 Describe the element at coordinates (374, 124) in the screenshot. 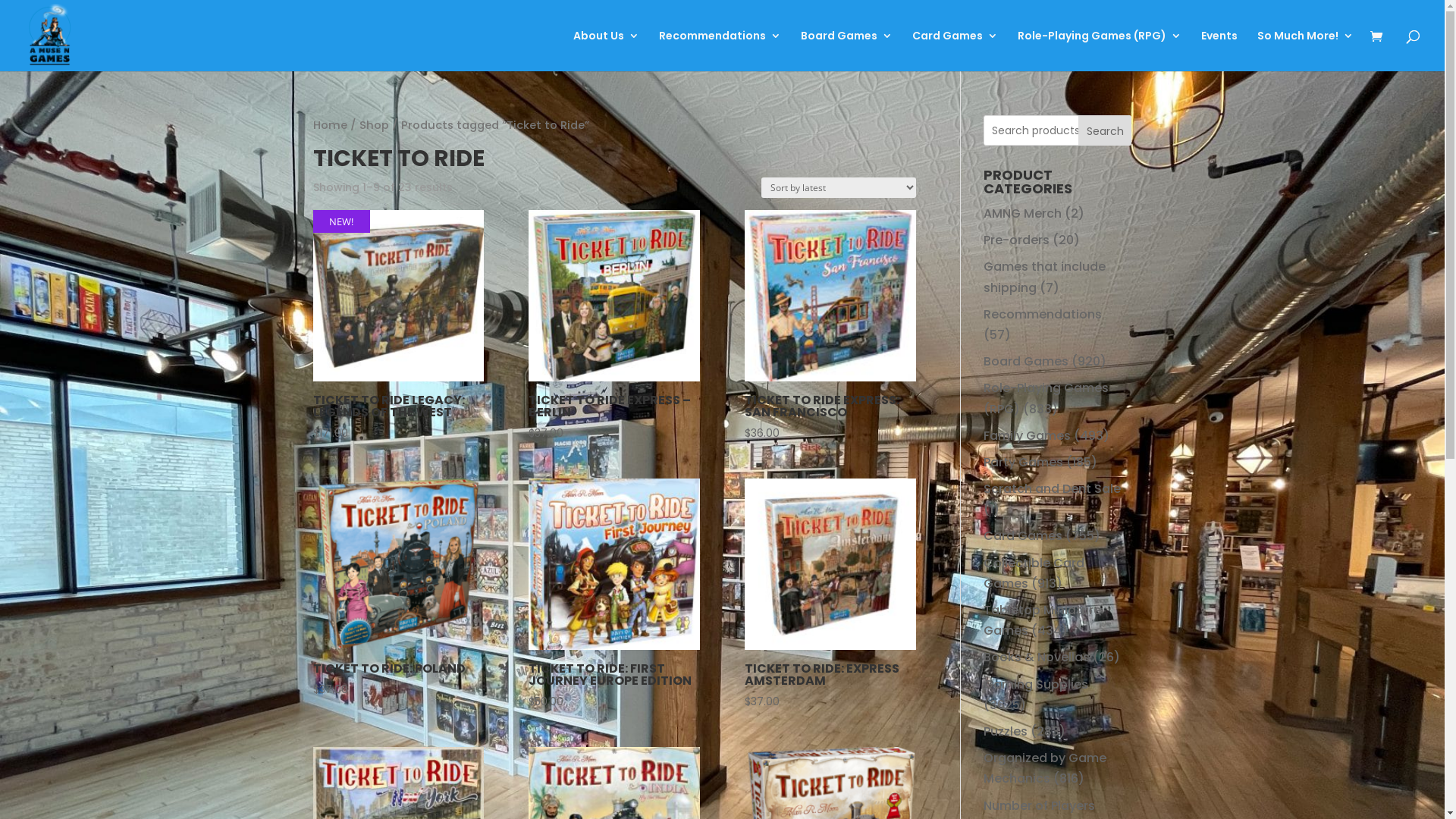

I see `'Shop'` at that location.